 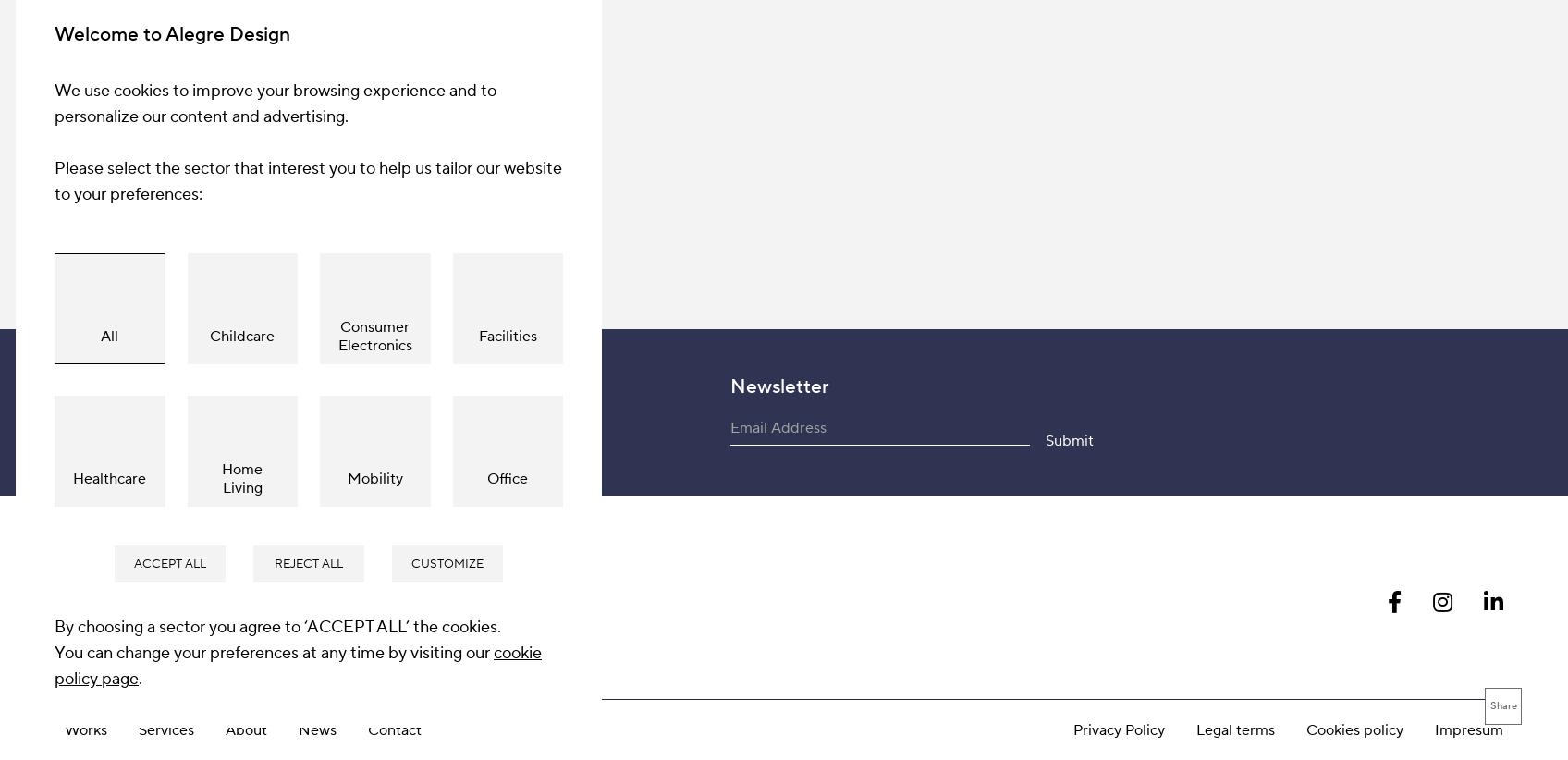 What do you see at coordinates (1118, 314) in the screenshot?
I see `'Privacy Policy'` at bounding box center [1118, 314].